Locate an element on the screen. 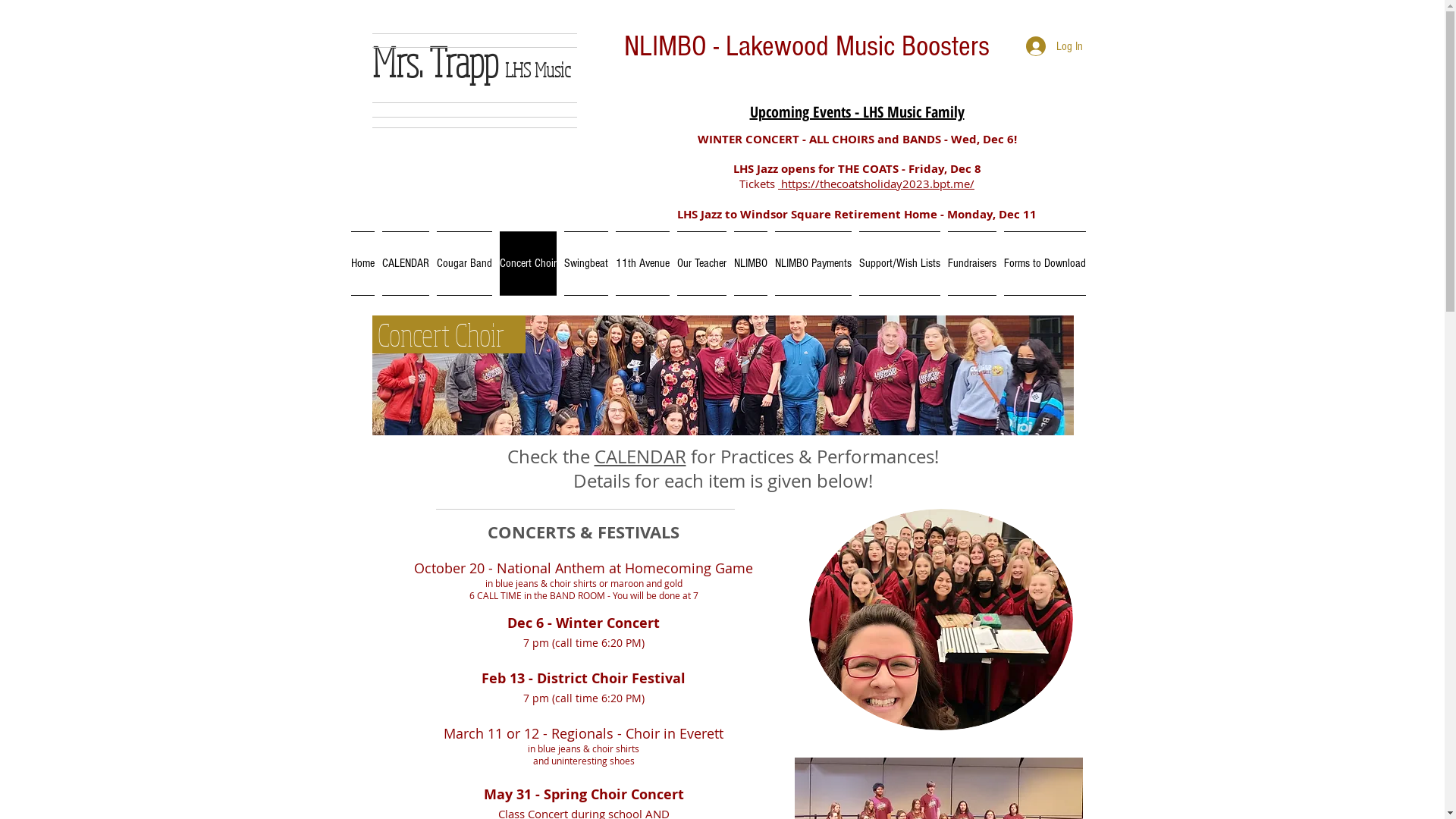 This screenshot has height=819, width=1456. '11th Avenue' is located at coordinates (642, 262).